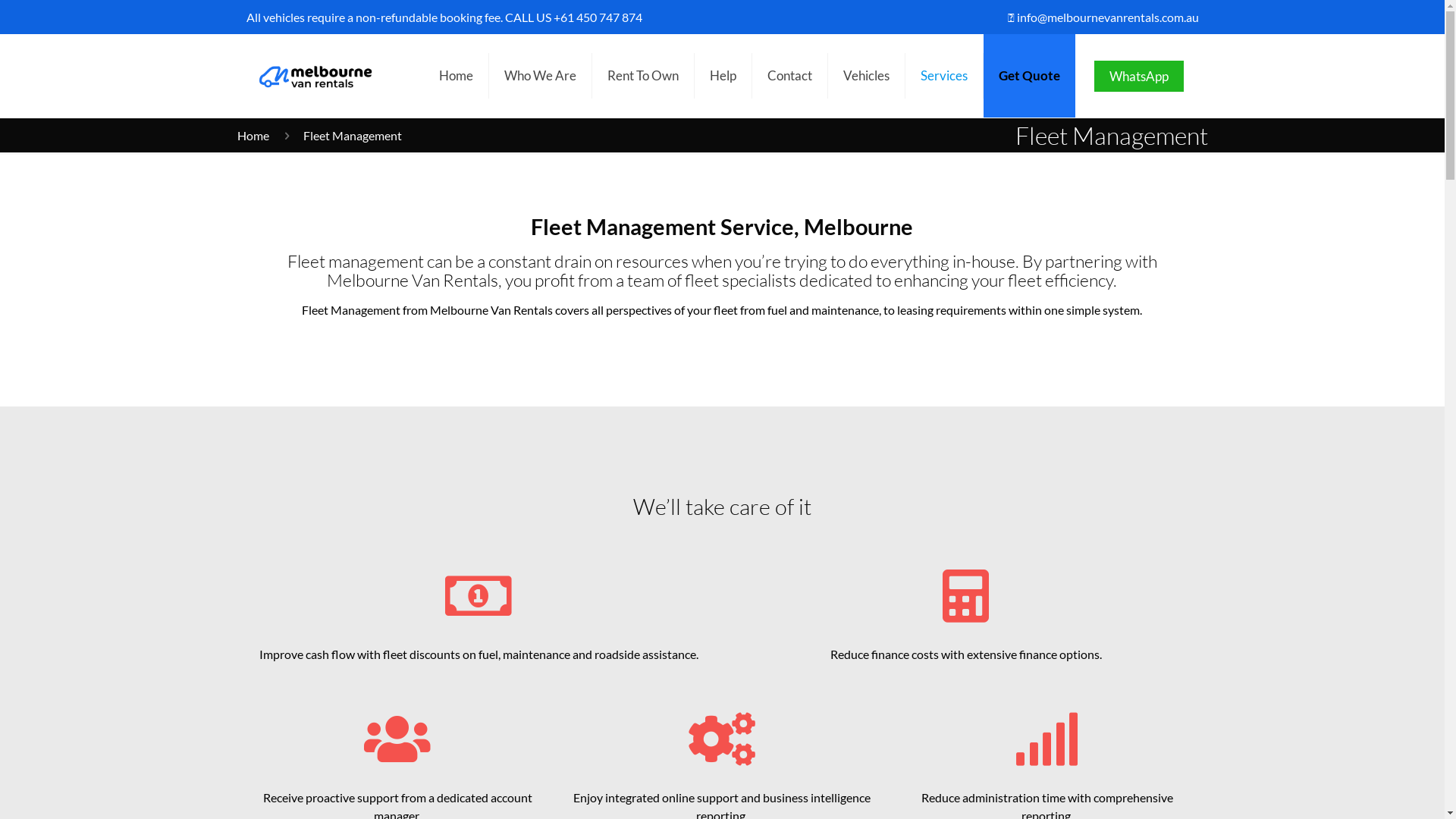  I want to click on 'Get Quote', so click(1028, 76).